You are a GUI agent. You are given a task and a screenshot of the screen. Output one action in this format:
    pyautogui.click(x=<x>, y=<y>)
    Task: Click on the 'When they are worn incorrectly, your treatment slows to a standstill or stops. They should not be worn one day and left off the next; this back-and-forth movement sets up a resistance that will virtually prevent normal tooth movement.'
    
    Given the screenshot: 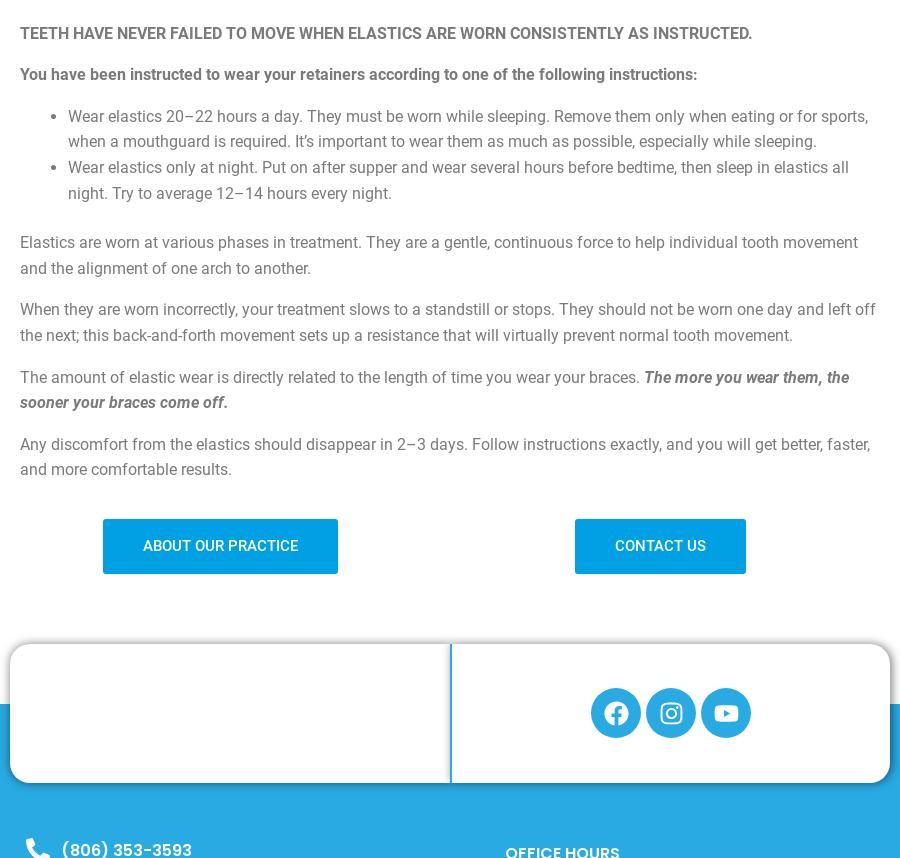 What is the action you would take?
    pyautogui.click(x=448, y=321)
    